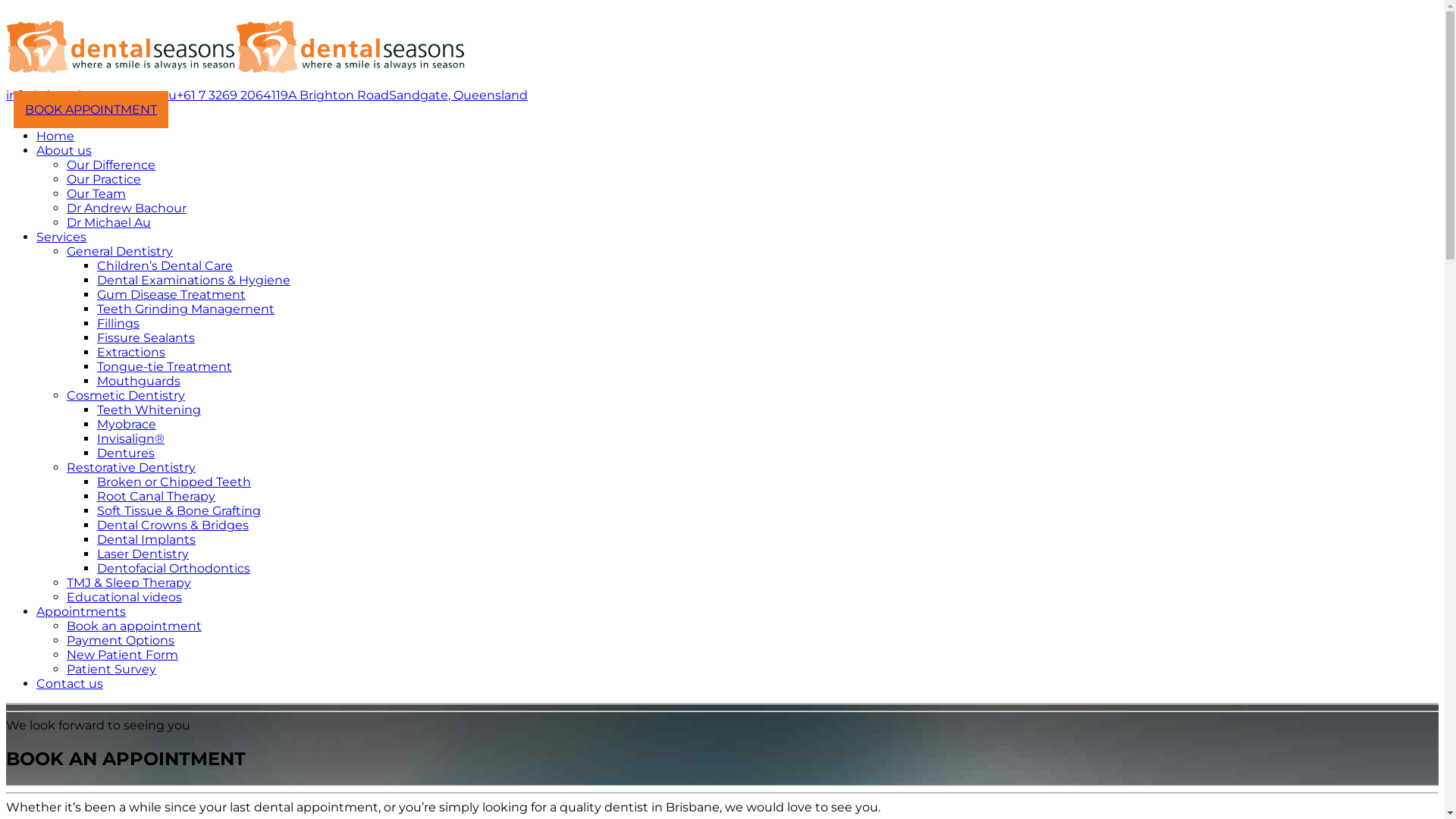 The width and height of the screenshot is (1456, 819). I want to click on 'Myobrace', so click(96, 424).